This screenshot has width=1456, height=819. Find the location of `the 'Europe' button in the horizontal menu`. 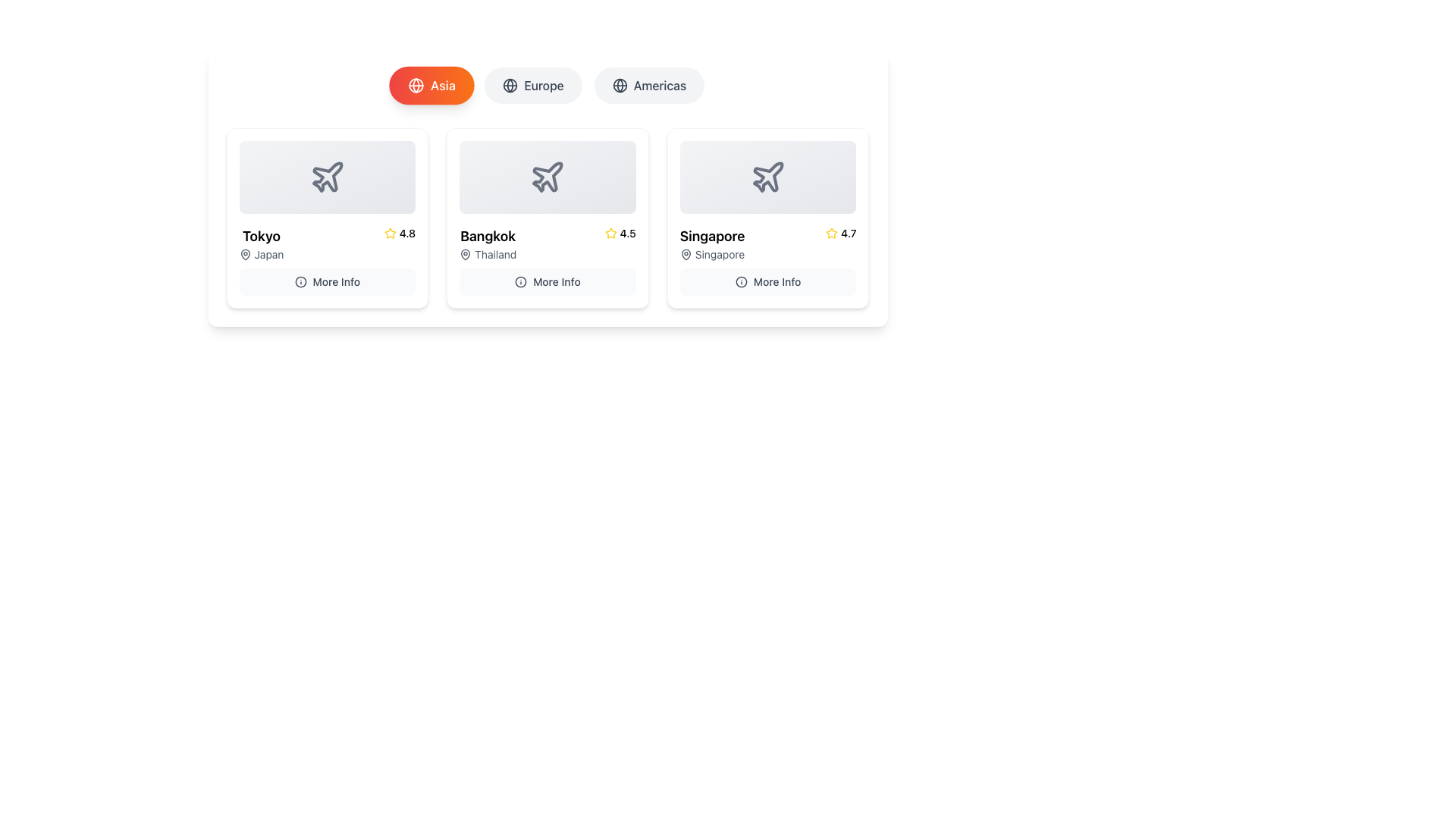

the 'Europe' button in the horizontal menu is located at coordinates (547, 85).